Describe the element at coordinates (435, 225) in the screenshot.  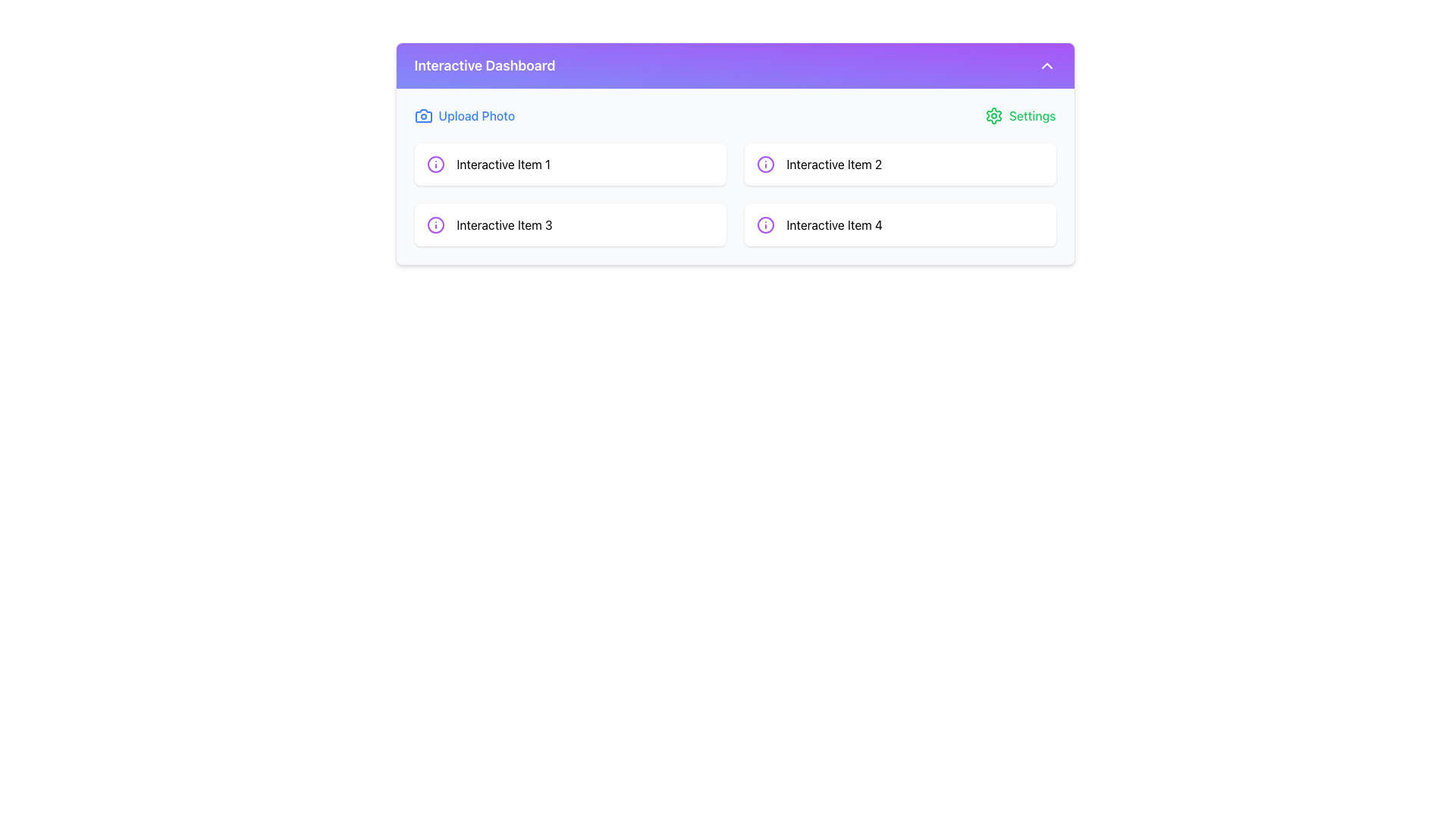
I see `the circular icon with a purple outline located to the left of the text 'Interactive Item 3' in the interactive dashboard` at that location.